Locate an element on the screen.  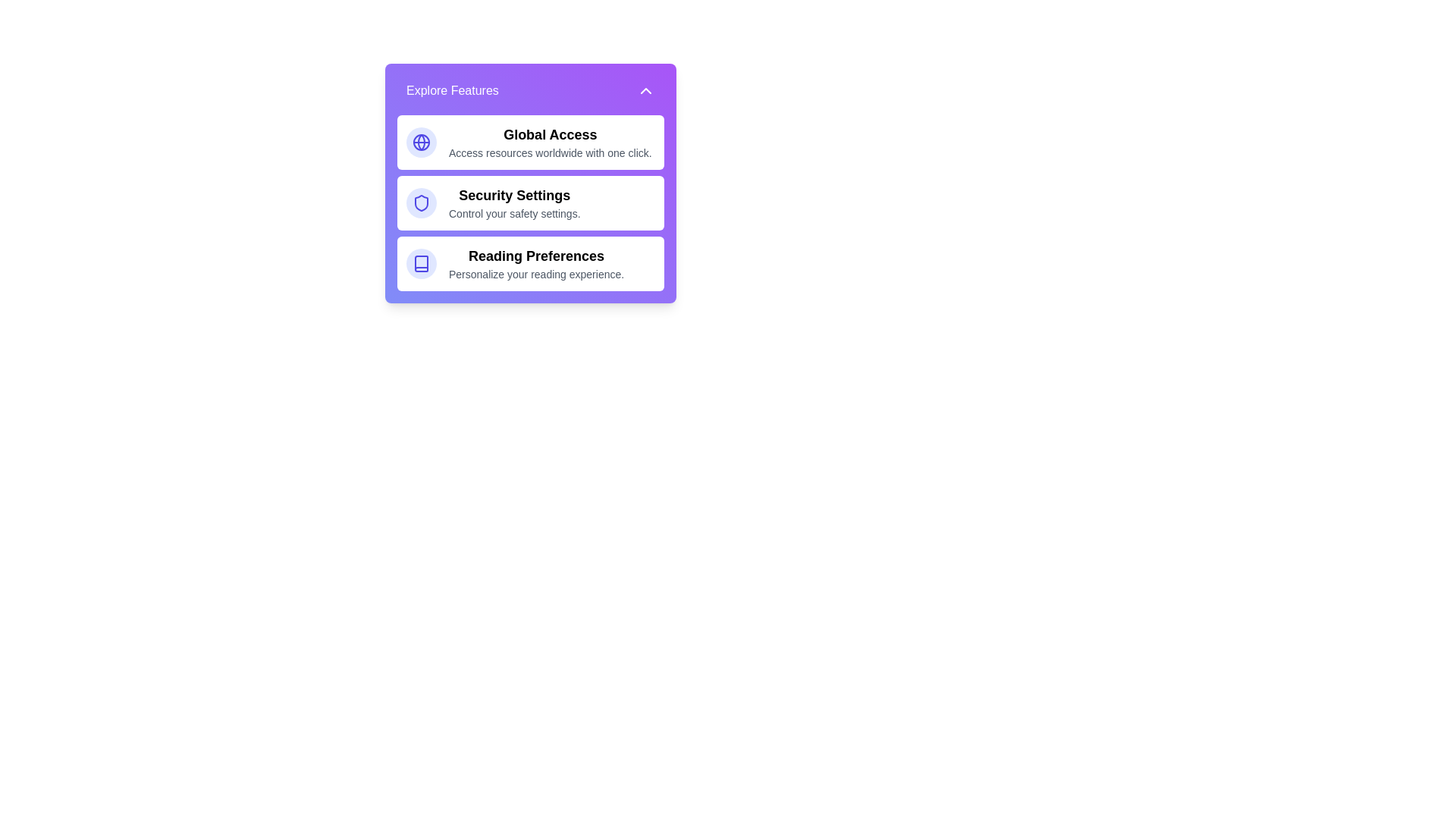
the 'Security Settings' text label is located at coordinates (514, 202).